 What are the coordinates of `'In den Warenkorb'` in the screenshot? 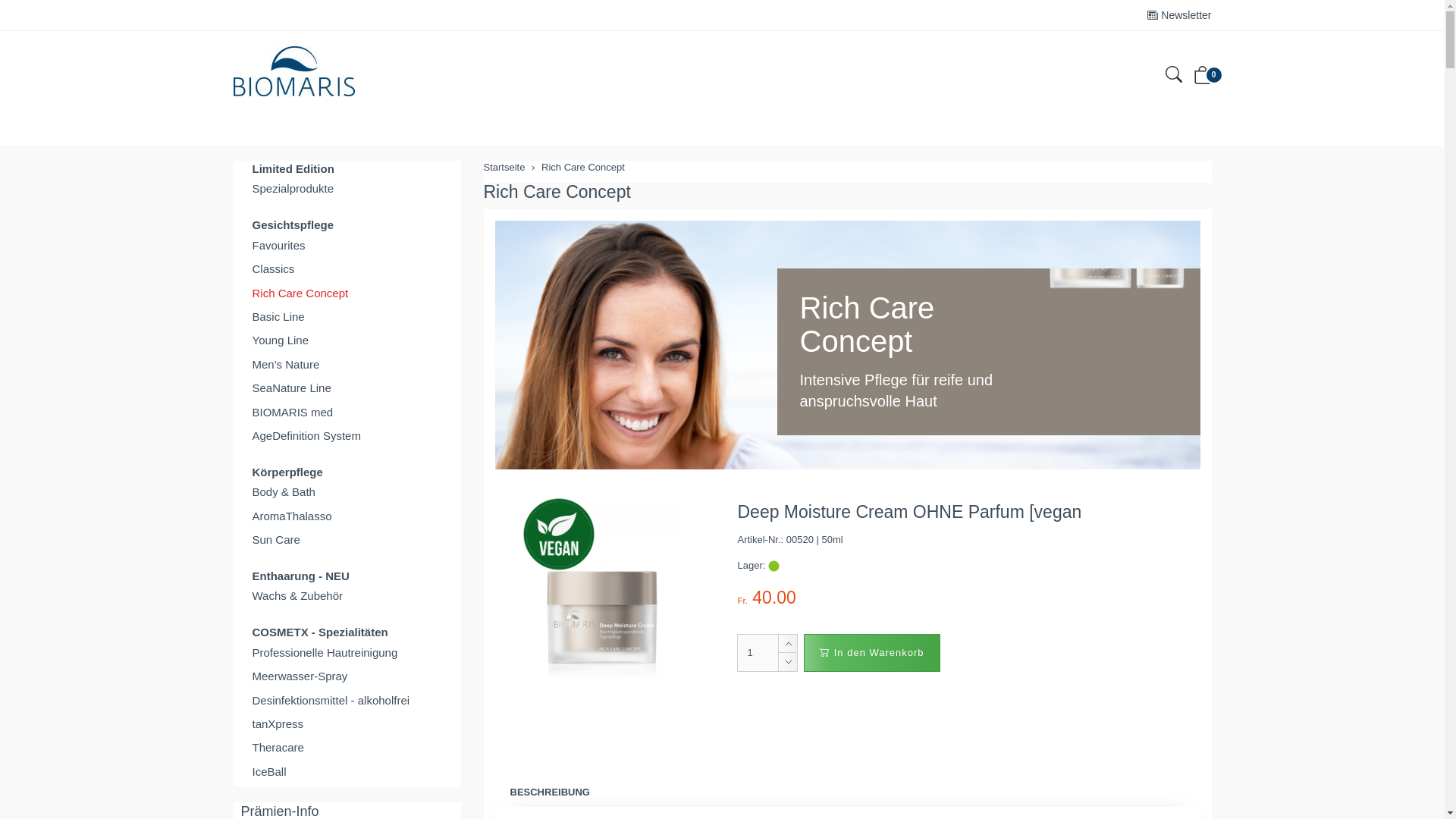 It's located at (871, 651).